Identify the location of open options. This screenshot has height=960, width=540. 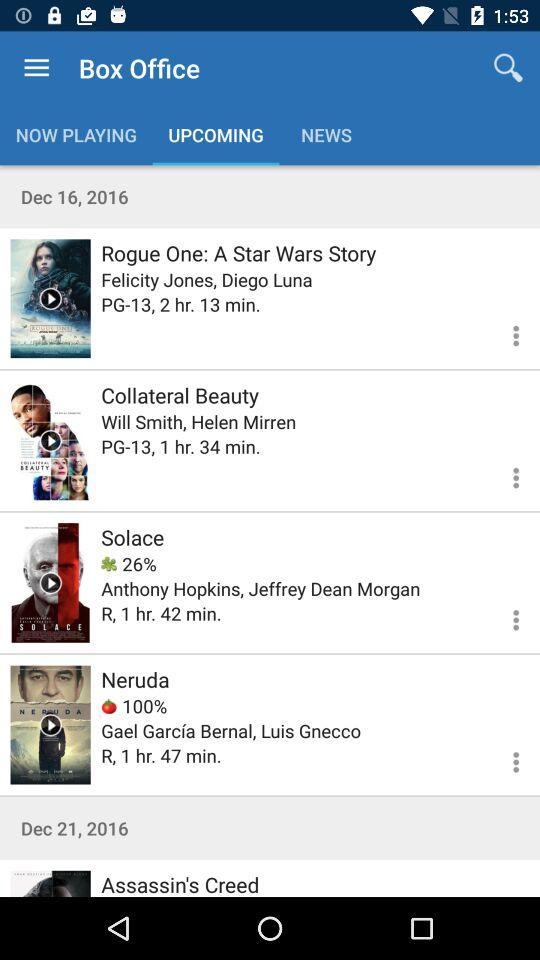
(503, 616).